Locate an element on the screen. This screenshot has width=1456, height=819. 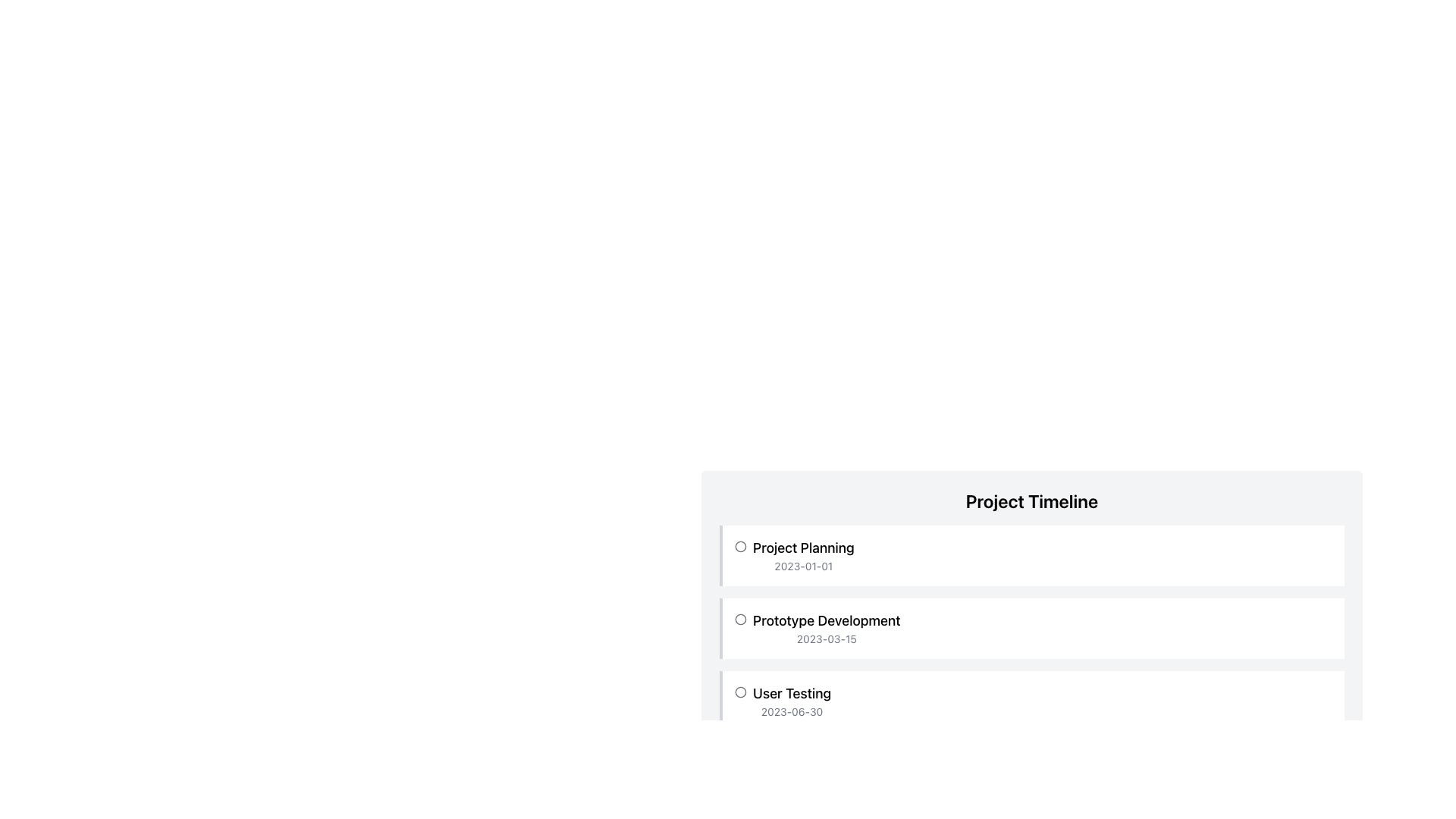
text label displaying the date '2023-06-30' that is positioned below 'User Testing' in the 'Project Timeline' section is located at coordinates (791, 711).